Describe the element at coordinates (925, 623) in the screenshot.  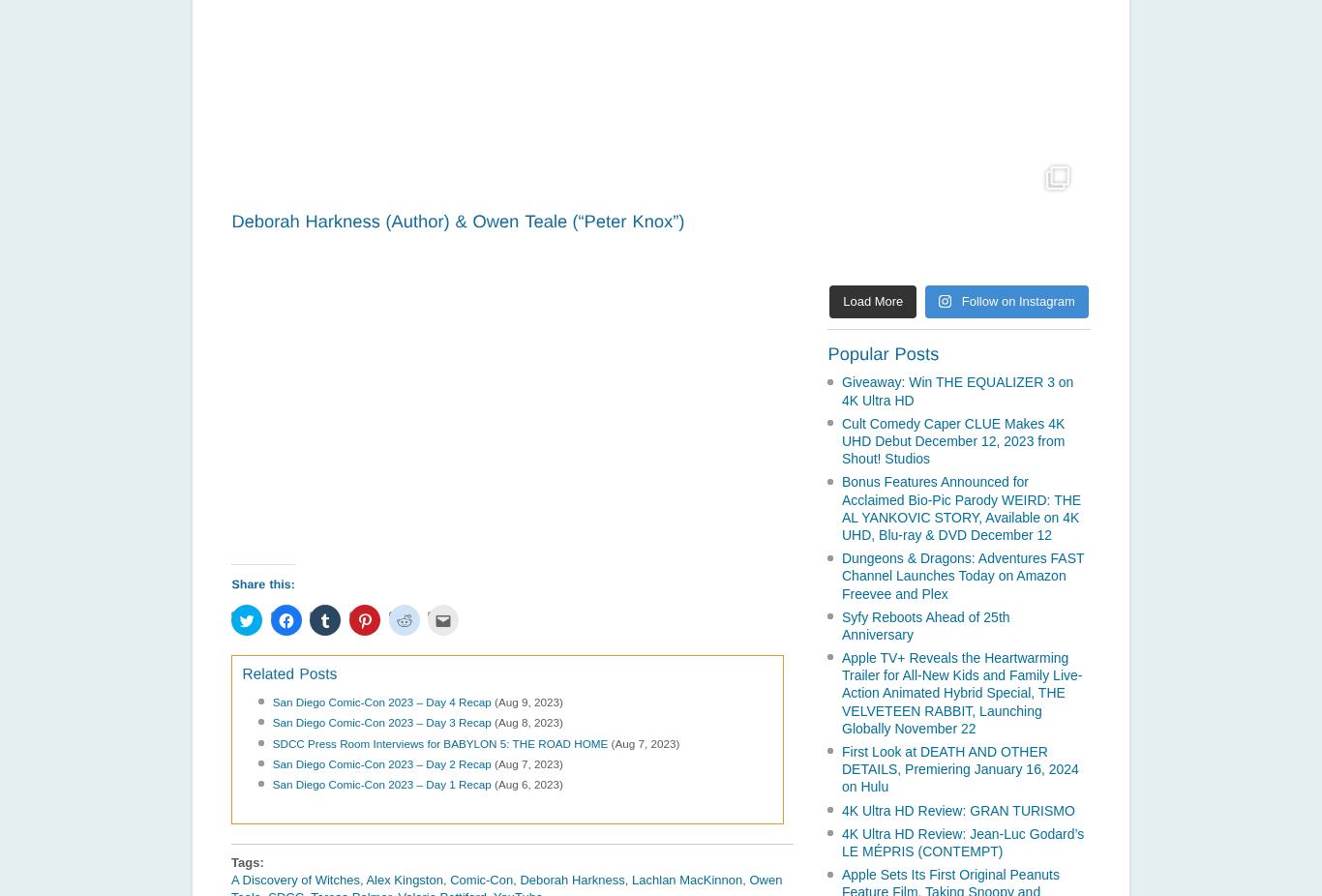
I see `'Syfy Reboots Ahead of 25th Anniversary'` at that location.